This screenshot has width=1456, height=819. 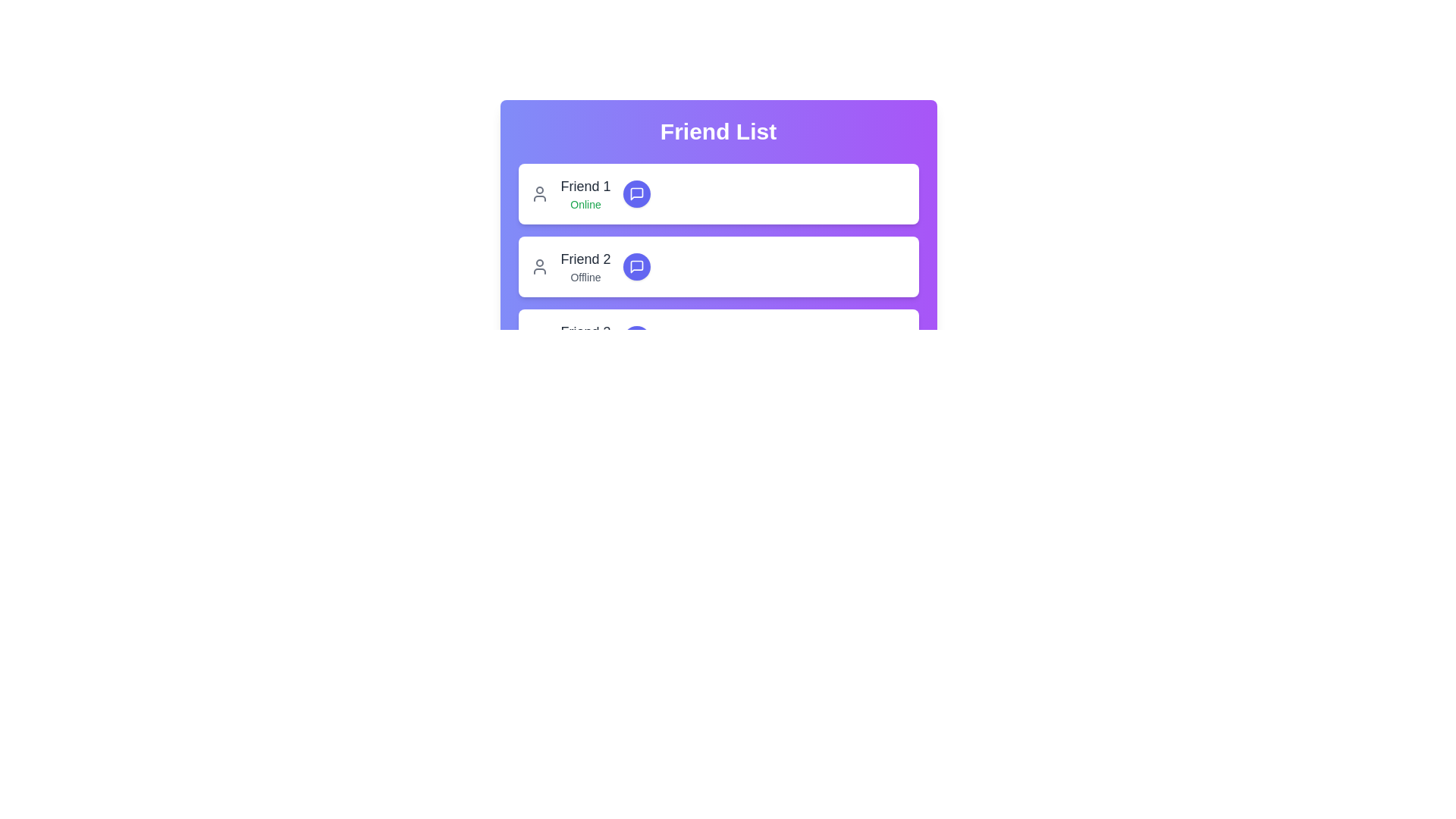 I want to click on the message bubble icon to the right of 'Friend 2' in the 'Friend List' to initiate a chat session, so click(x=636, y=265).